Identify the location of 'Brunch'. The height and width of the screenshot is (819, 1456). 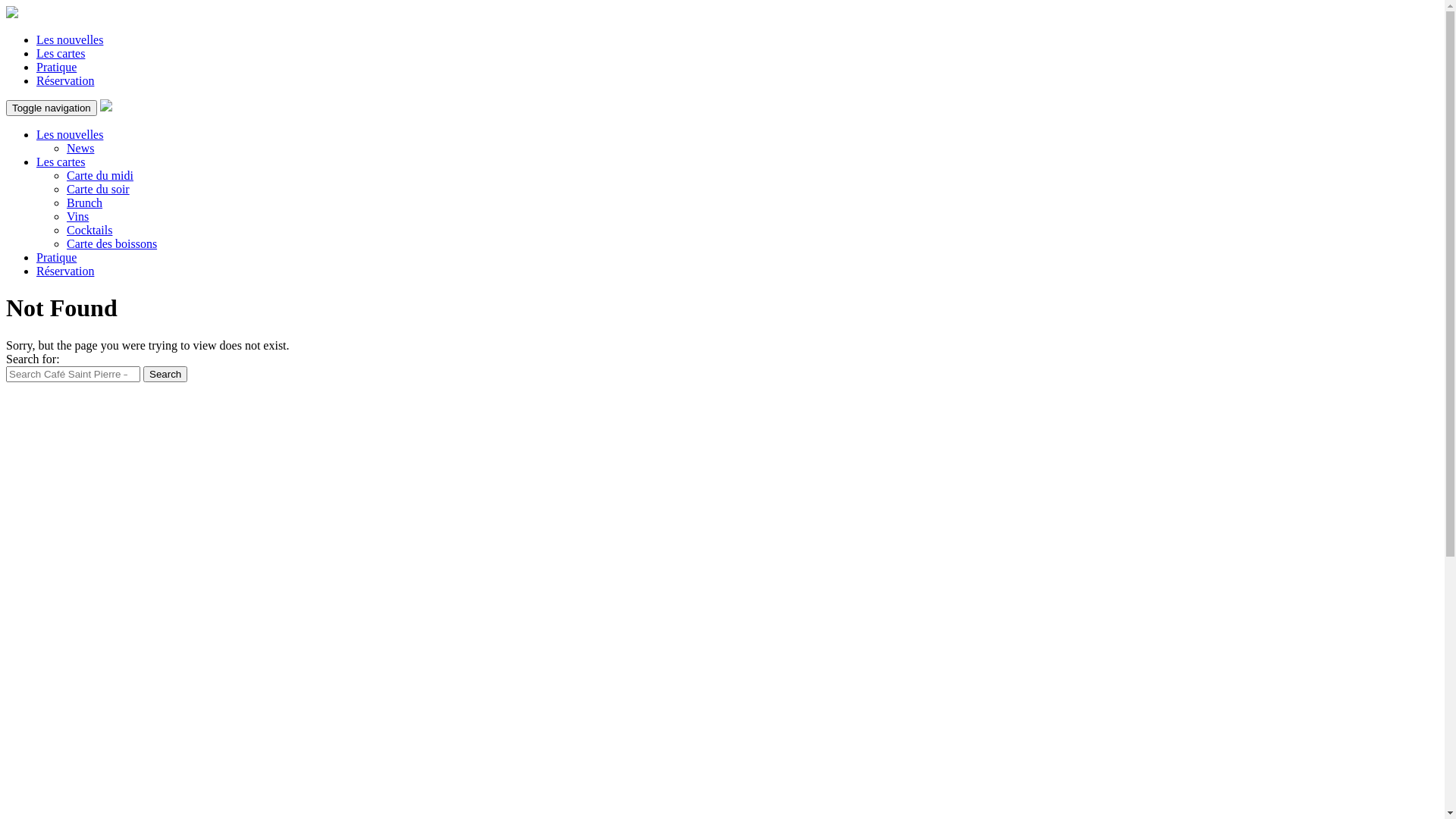
(83, 202).